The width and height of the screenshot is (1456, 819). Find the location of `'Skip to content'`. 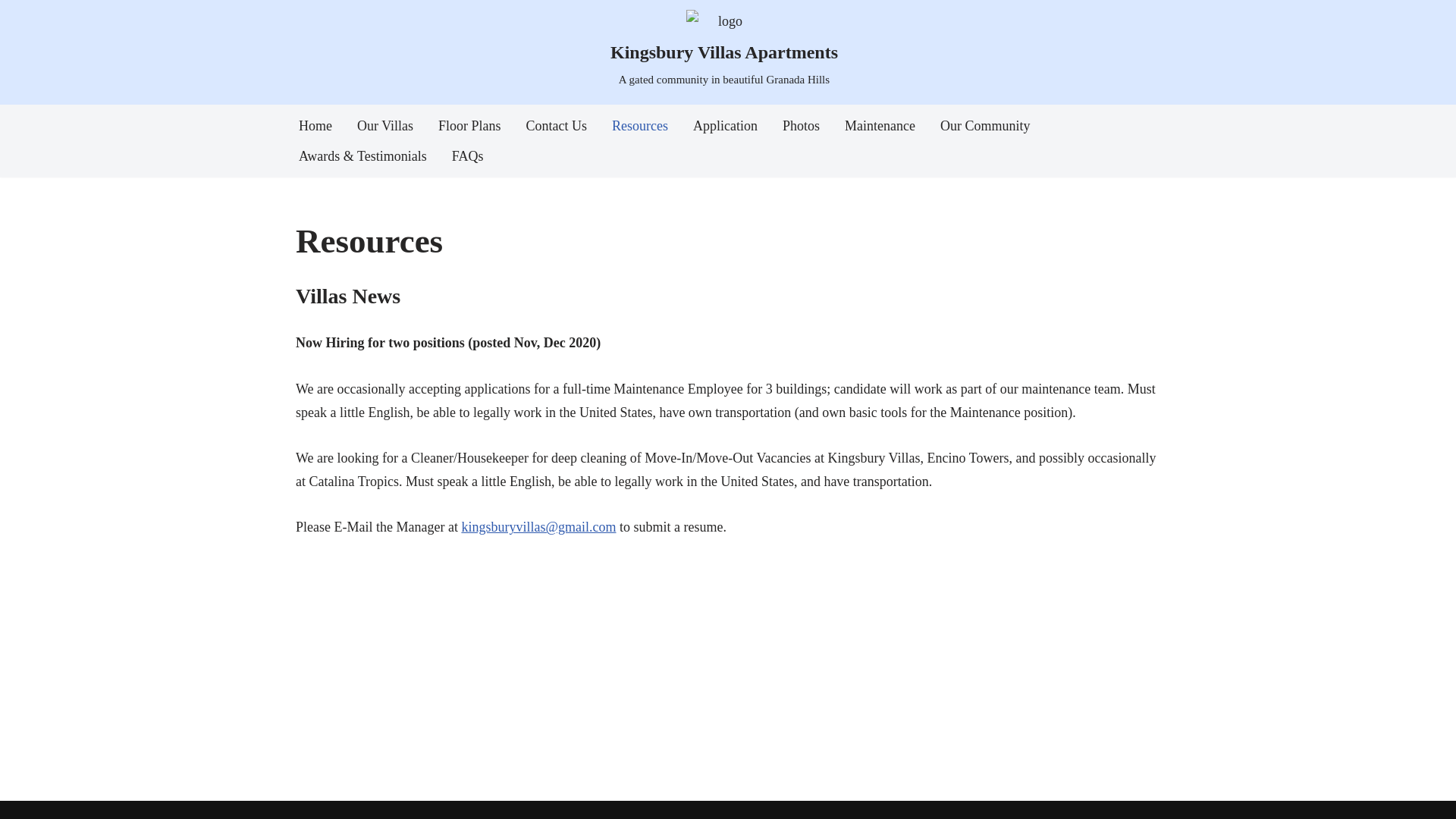

'Skip to content' is located at coordinates (11, 32).